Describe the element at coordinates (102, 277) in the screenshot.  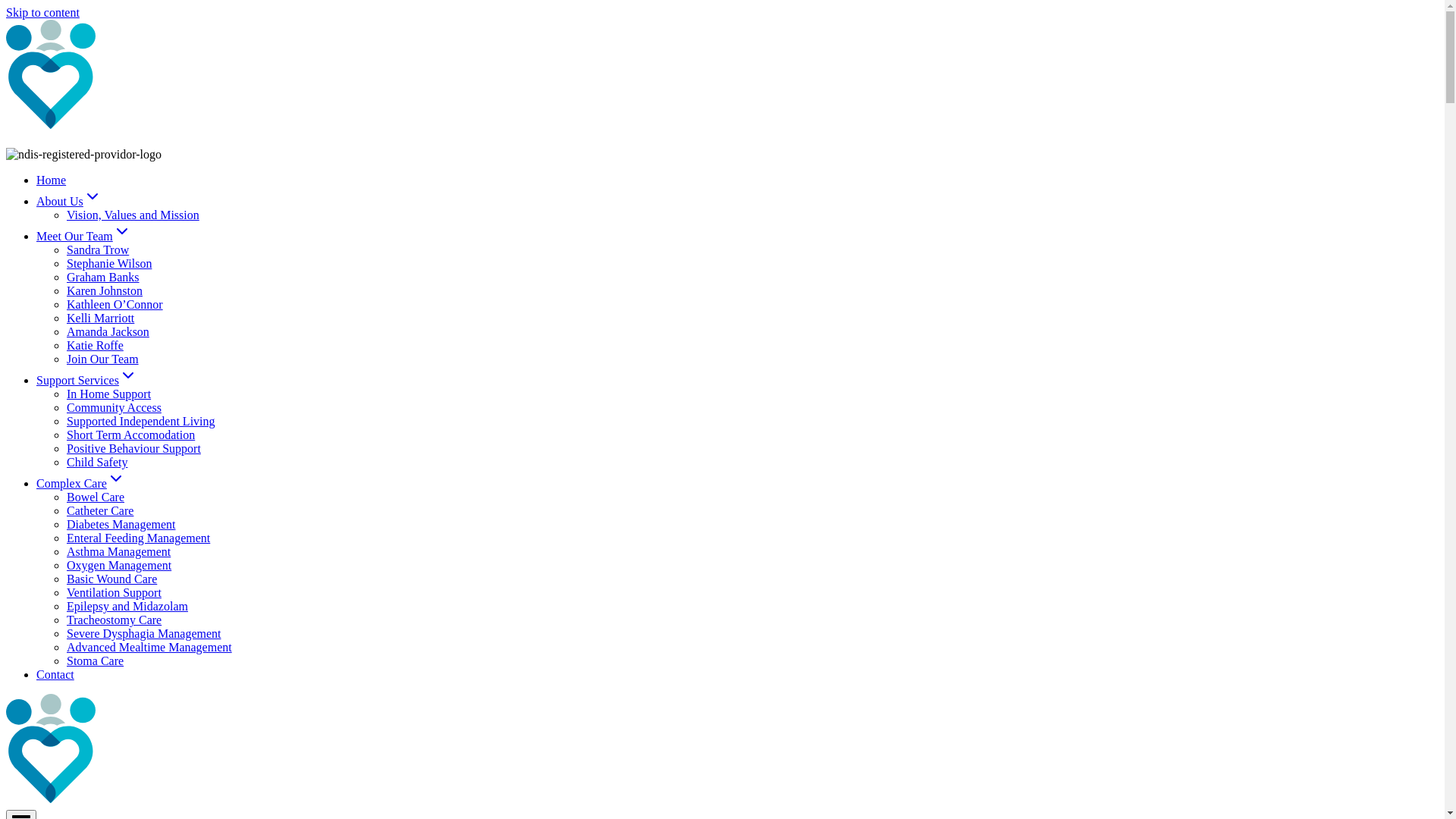
I see `'Graham Banks'` at that location.